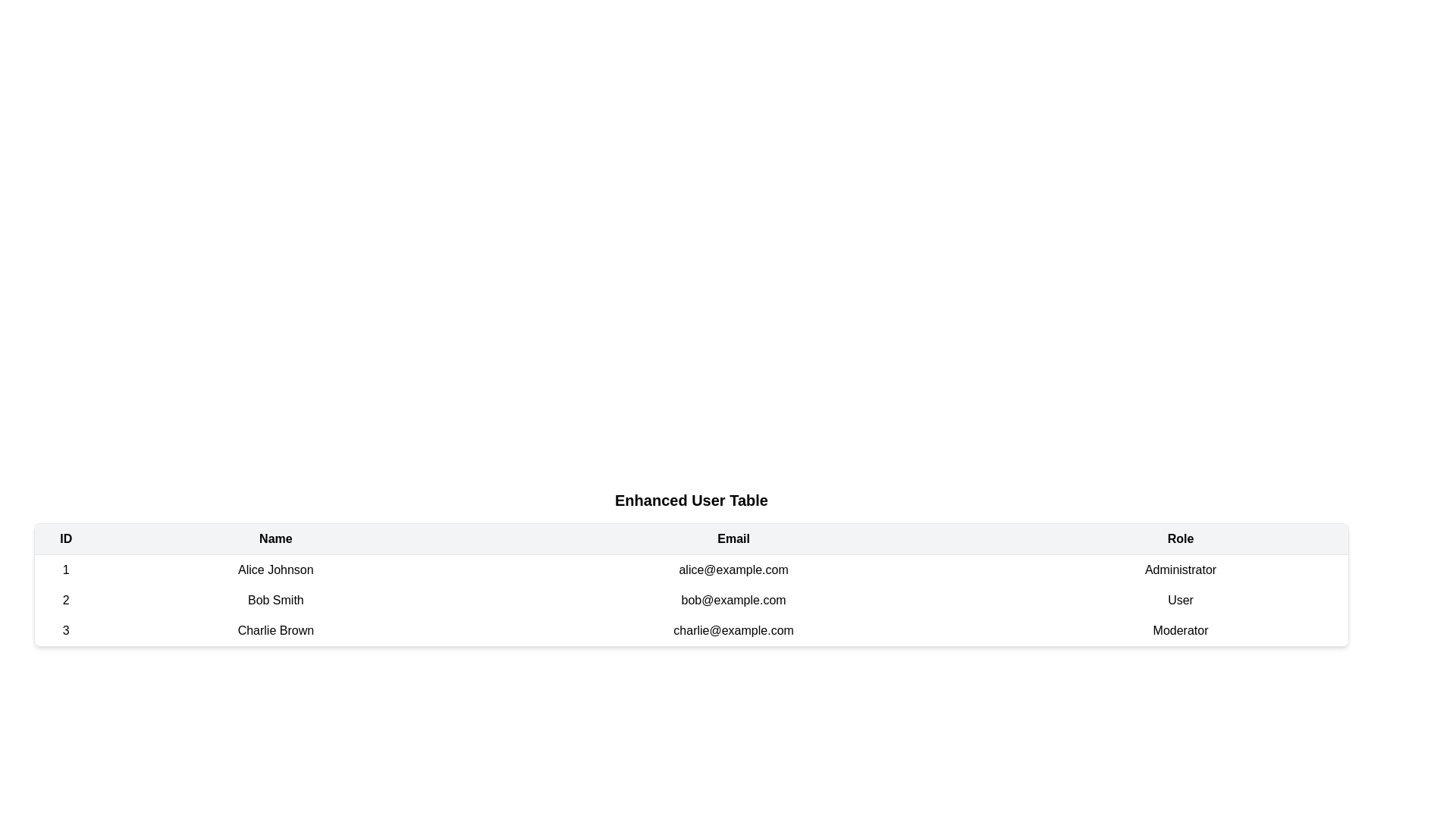  What do you see at coordinates (733, 538) in the screenshot?
I see `the 'Email' header text label, which indicates the type of data in the corresponding column of the table` at bounding box center [733, 538].